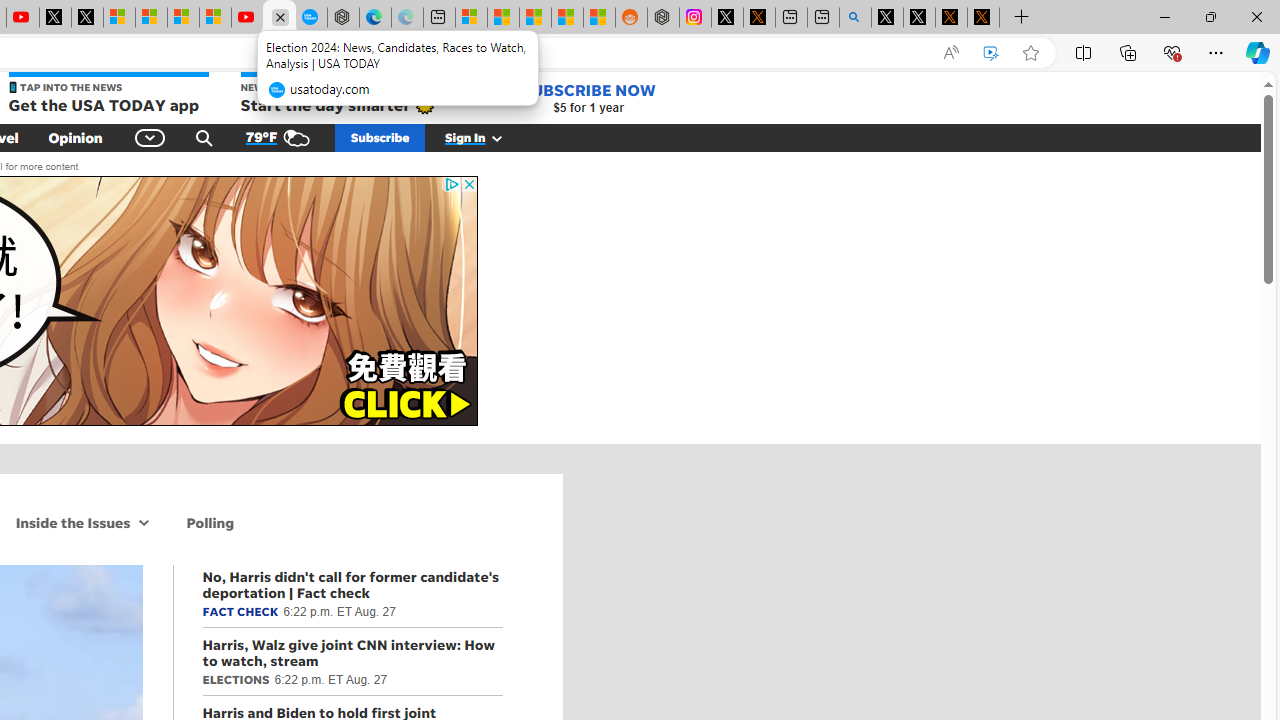  Describe the element at coordinates (150, 136) in the screenshot. I see `'Global Navigation'` at that location.